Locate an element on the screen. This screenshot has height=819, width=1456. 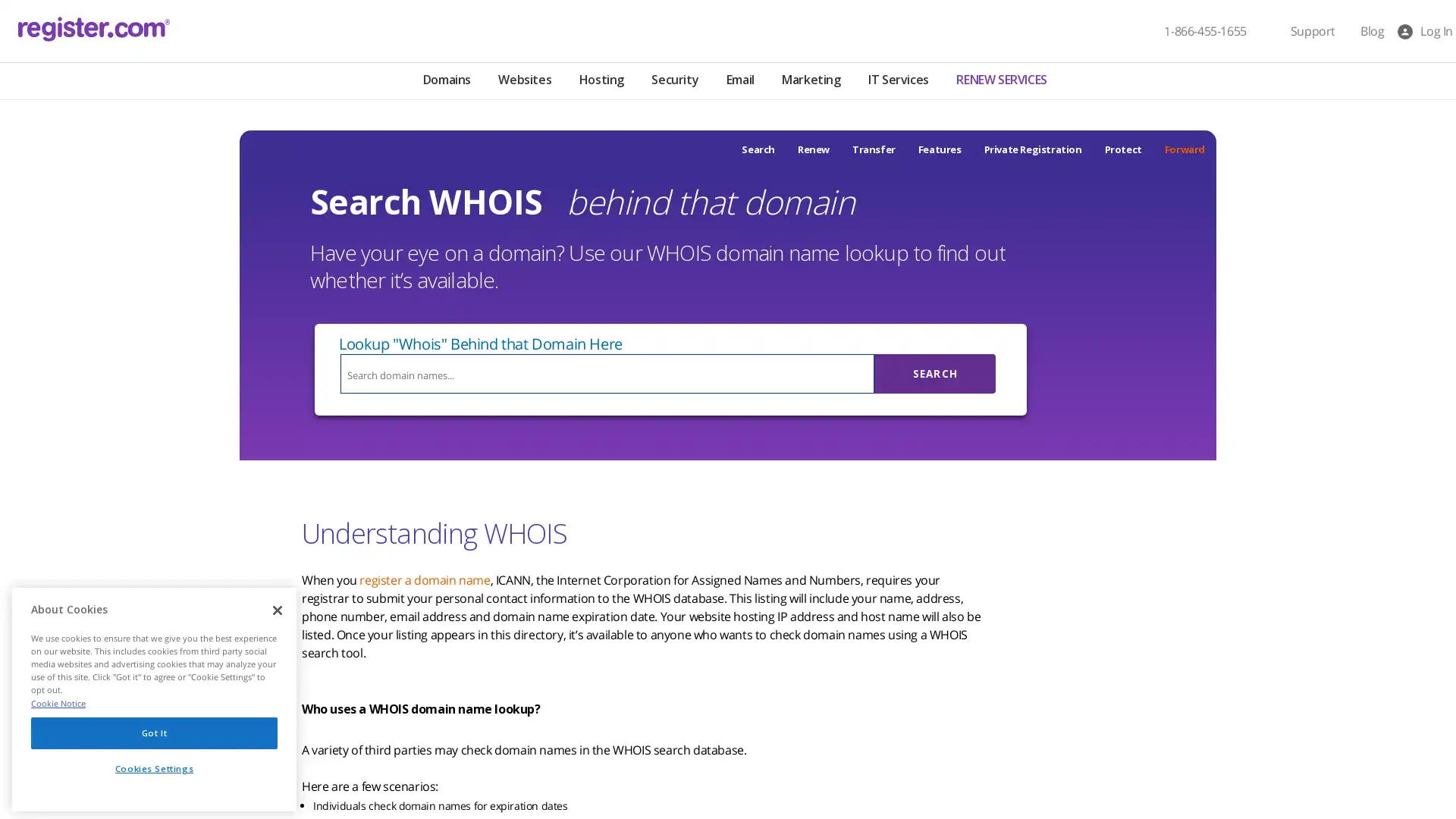
Websites is located at coordinates (524, 81).